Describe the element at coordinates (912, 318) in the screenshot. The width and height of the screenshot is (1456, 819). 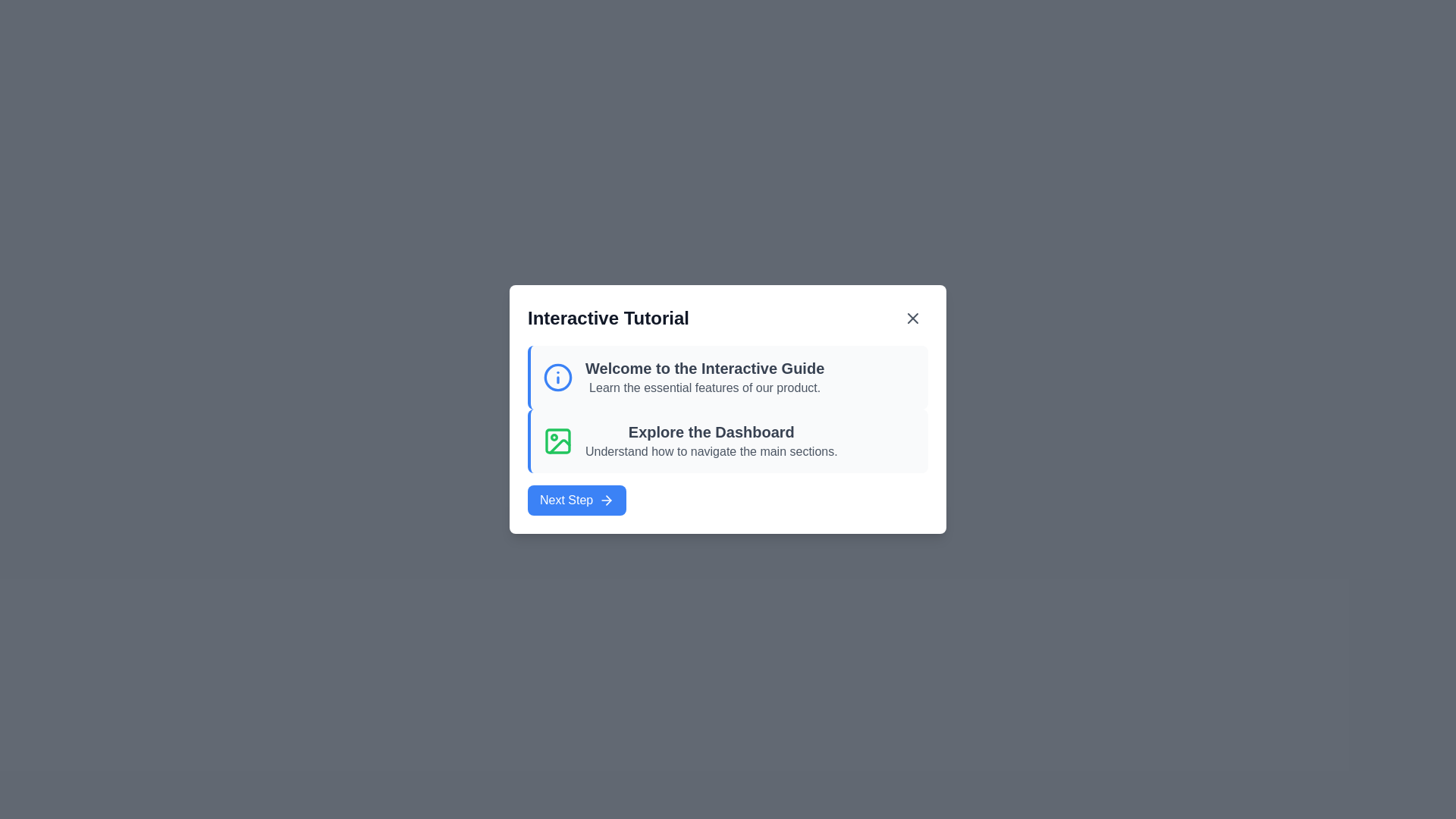
I see `the close icon button located in the top-right corner of the modal dialog box` at that location.